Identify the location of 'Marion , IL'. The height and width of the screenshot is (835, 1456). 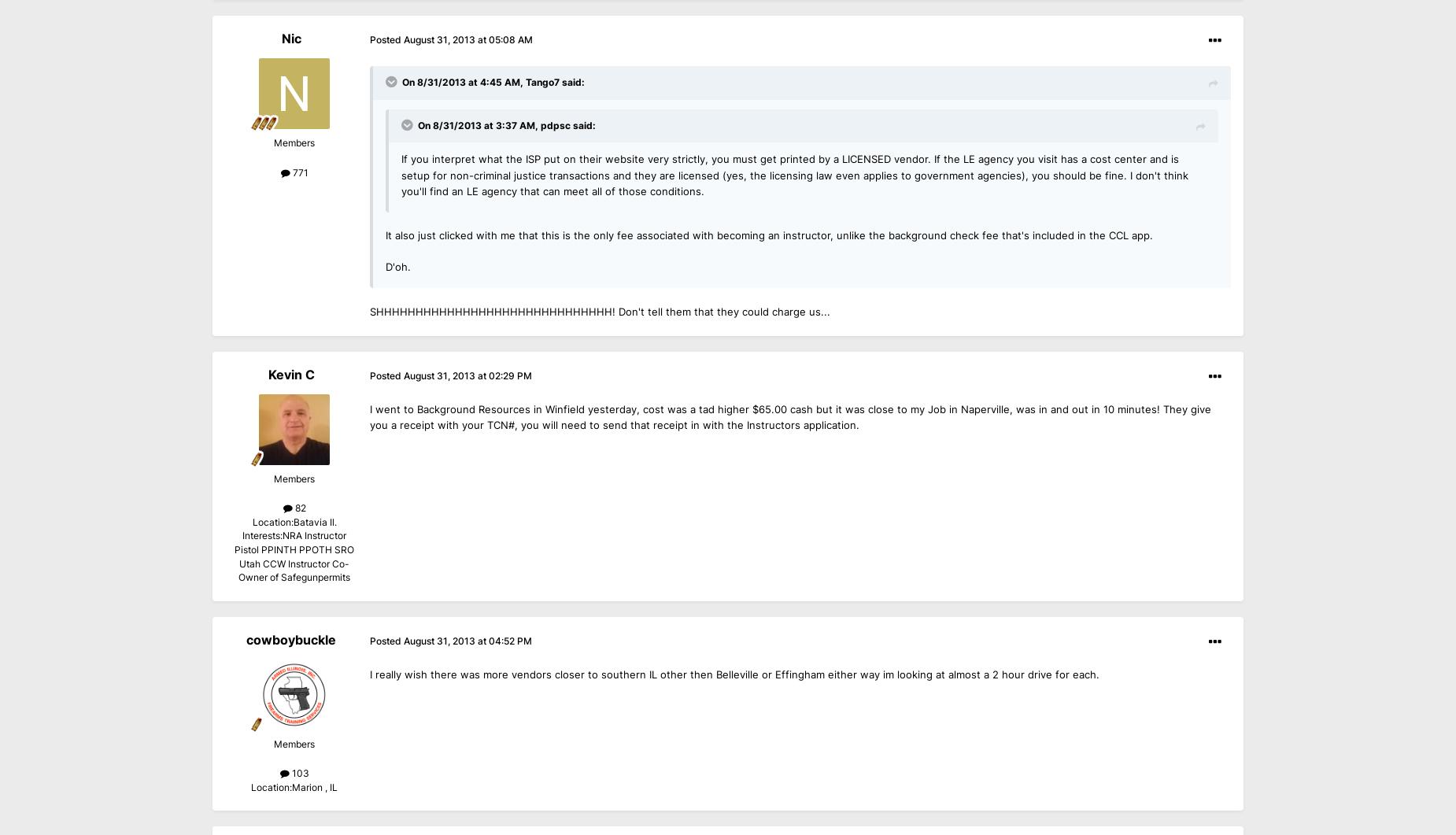
(313, 785).